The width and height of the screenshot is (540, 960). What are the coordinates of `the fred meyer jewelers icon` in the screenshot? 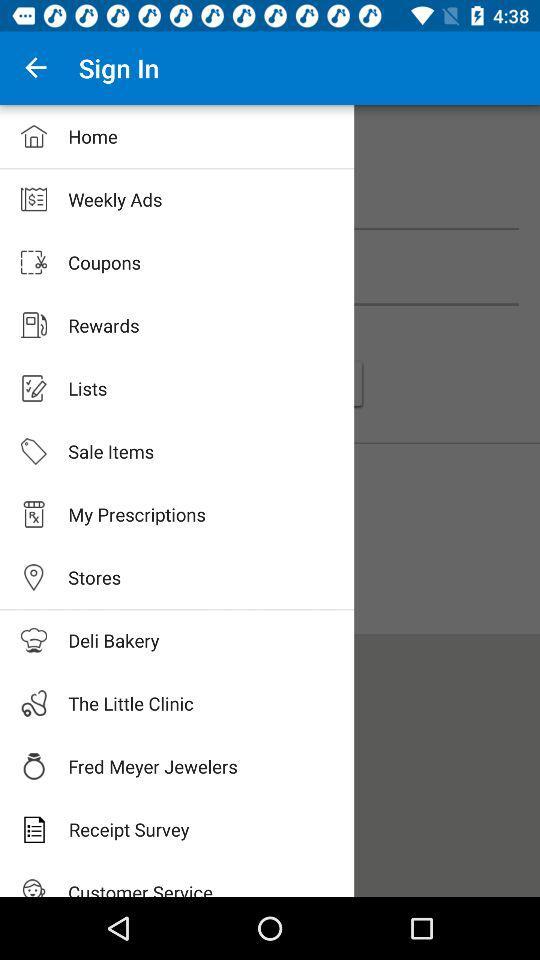 It's located at (33, 765).